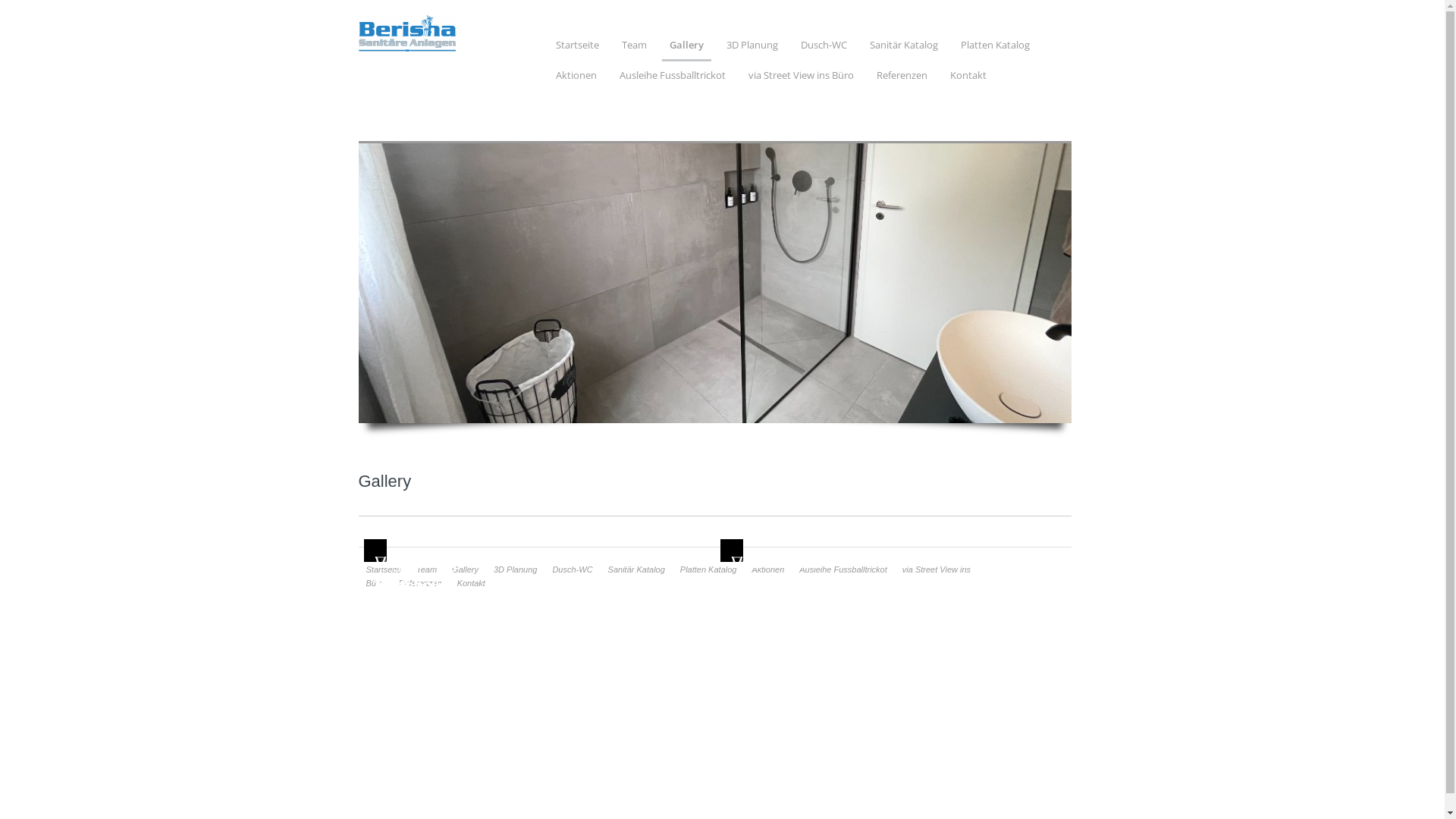 The width and height of the screenshot is (1456, 819). I want to click on '3D Planung', so click(752, 48).